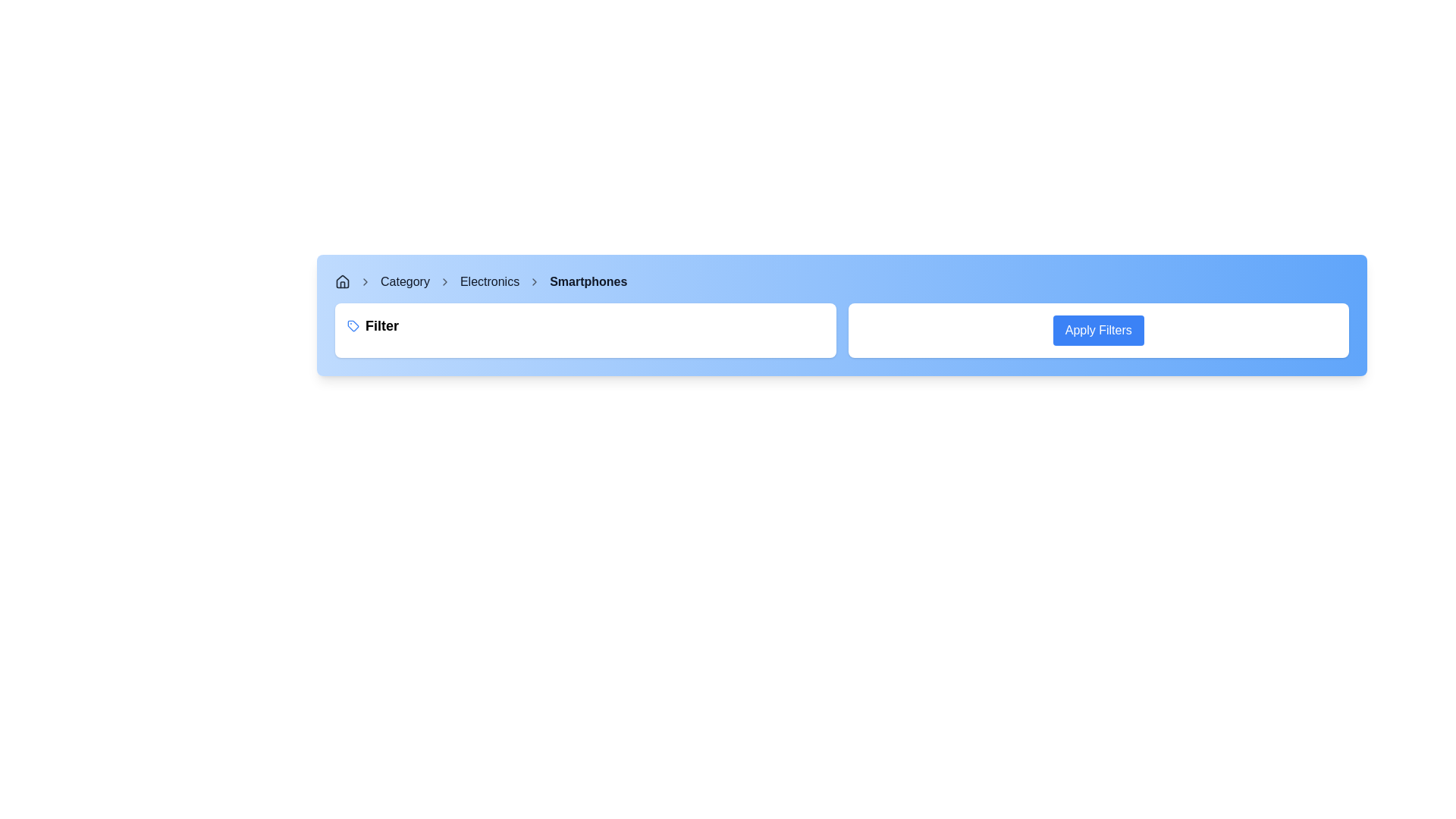 The image size is (1456, 819). Describe the element at coordinates (365, 281) in the screenshot. I see `the right-facing chevron icon in the breadcrumb navigation bar, which is styled as a minimalist outline in gray and positioned next to the house icon` at that location.